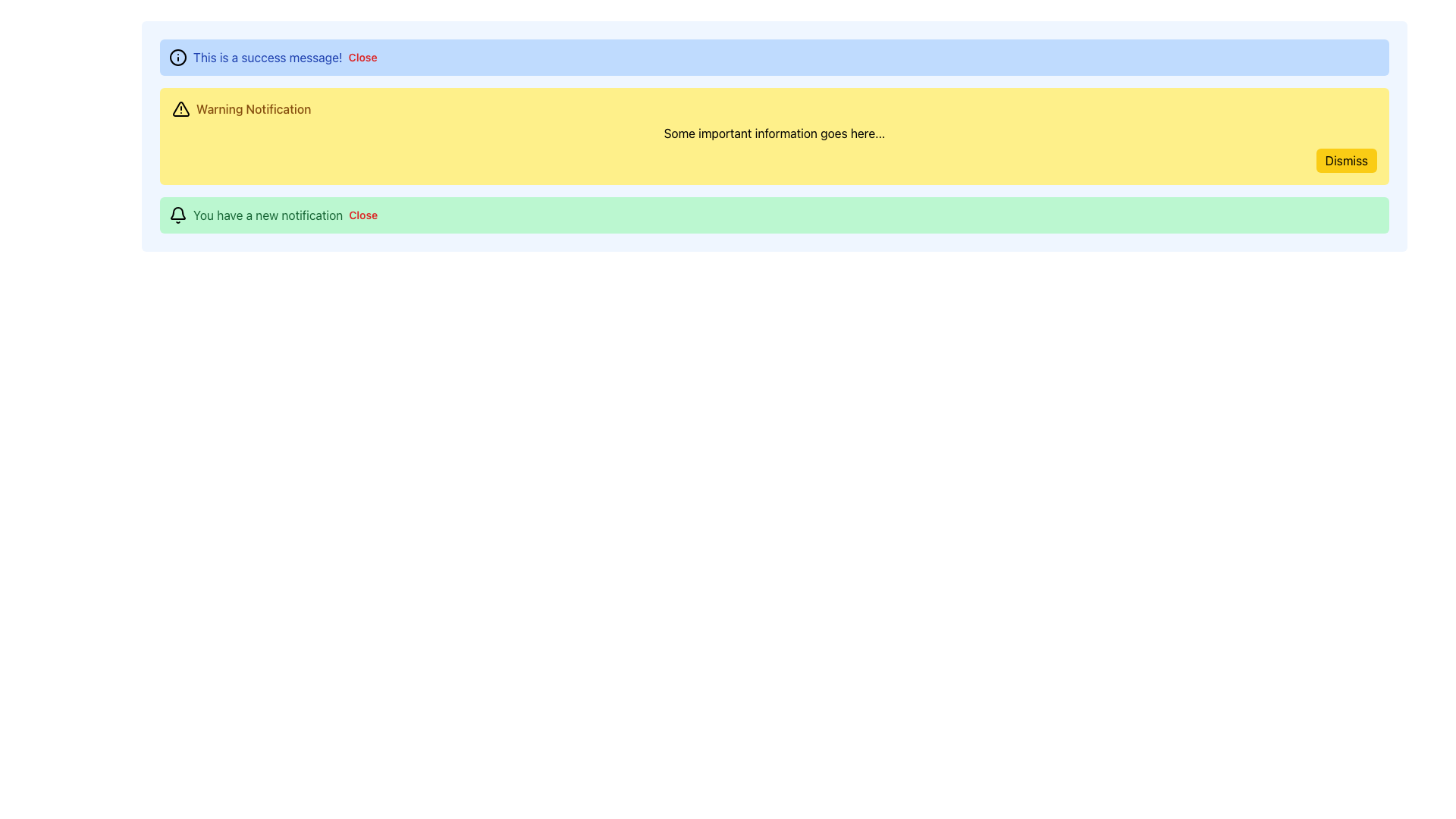 The height and width of the screenshot is (819, 1456). What do you see at coordinates (178, 215) in the screenshot?
I see `the minimalistic outline bell icon located on the left side of the notification banner with a light green background, which is positioned before the text 'You have a new notification'` at bounding box center [178, 215].